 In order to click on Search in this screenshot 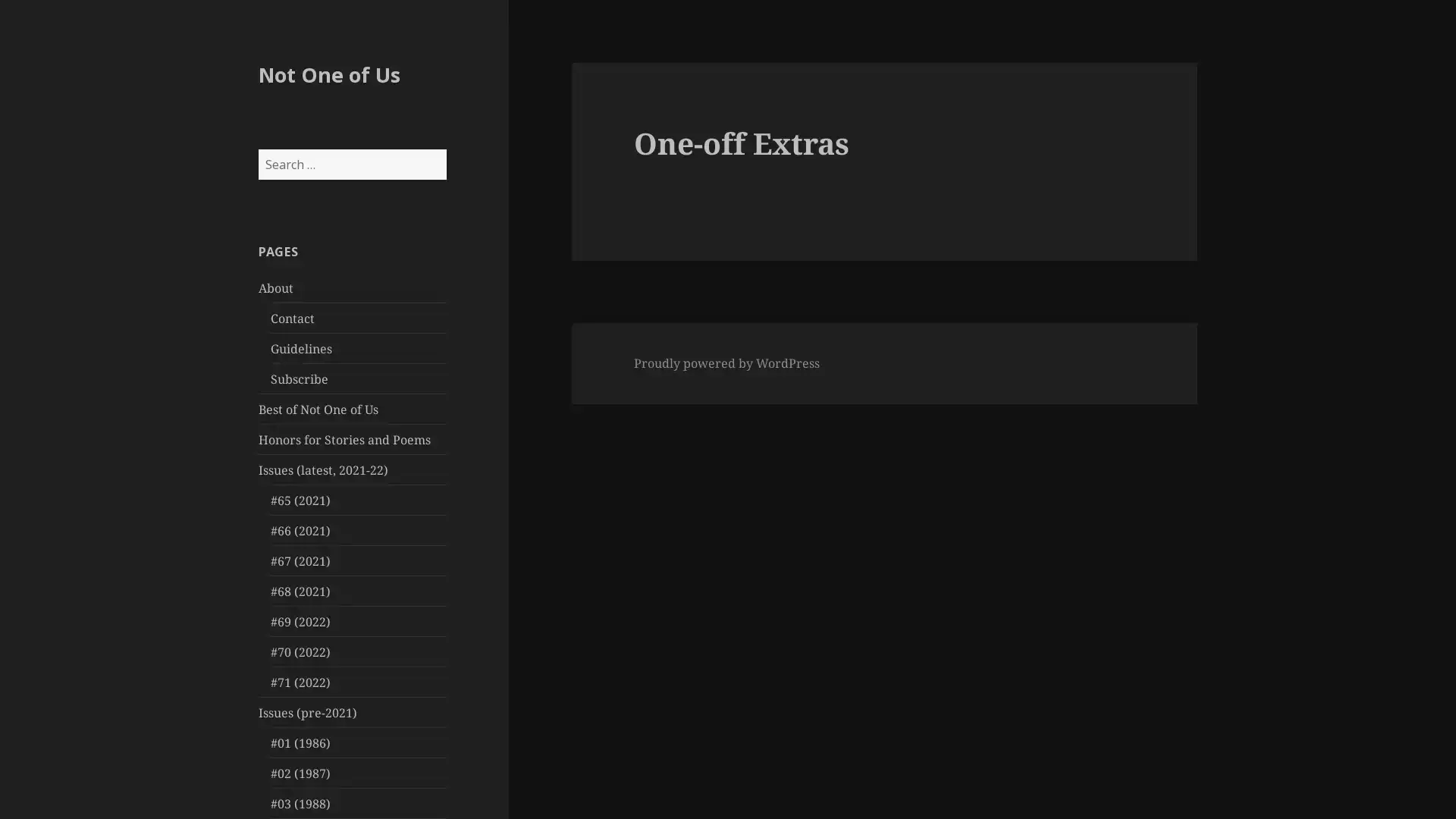, I will do `click(444, 149)`.